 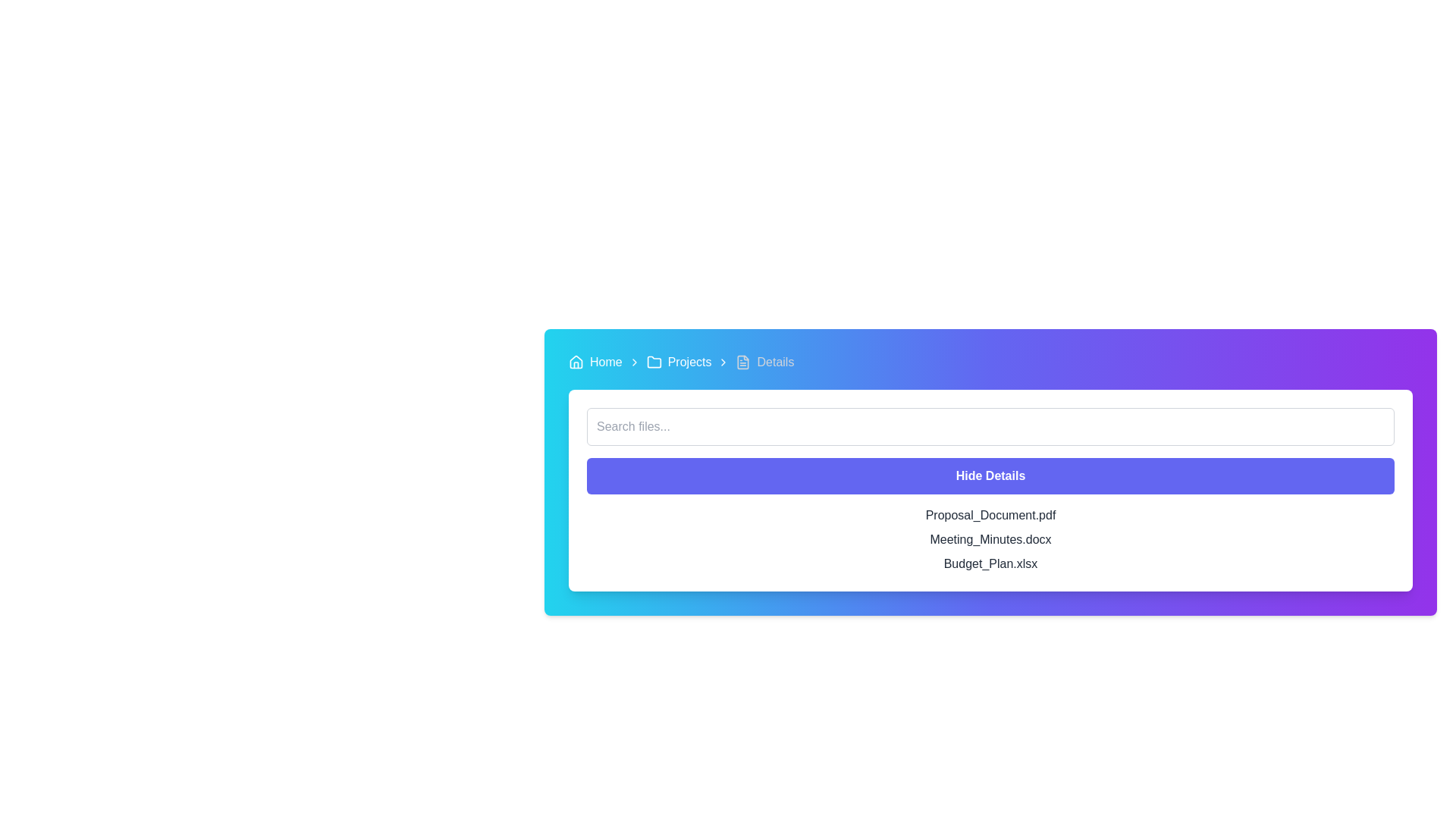 What do you see at coordinates (990, 475) in the screenshot?
I see `the 'Hide Details' button, which is a rectangular button with a blue background and white text` at bounding box center [990, 475].